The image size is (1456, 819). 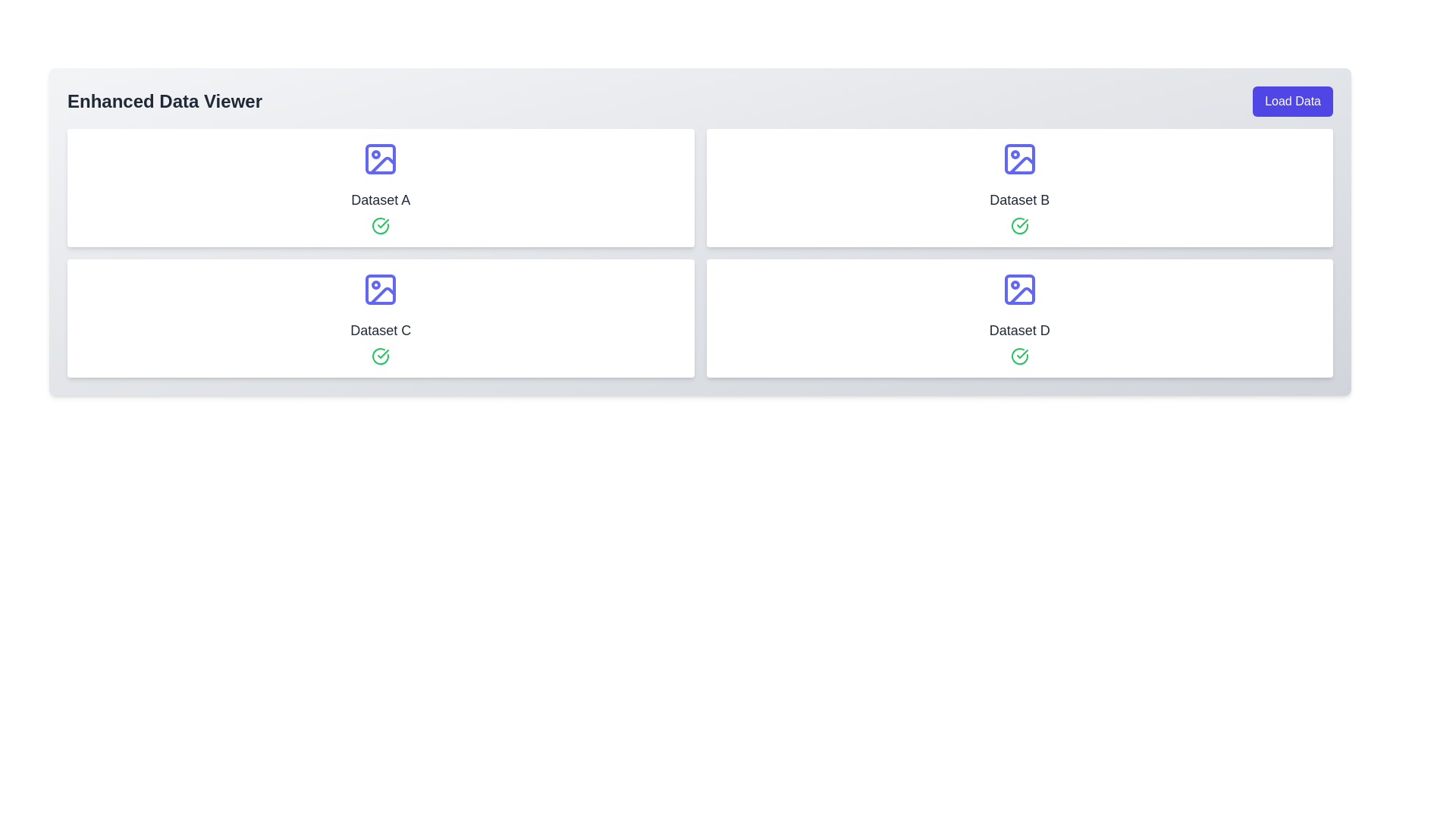 I want to click on the status indicator icon located within the 'Dataset A' content box, positioned below the text 'Dataset A', so click(x=381, y=225).